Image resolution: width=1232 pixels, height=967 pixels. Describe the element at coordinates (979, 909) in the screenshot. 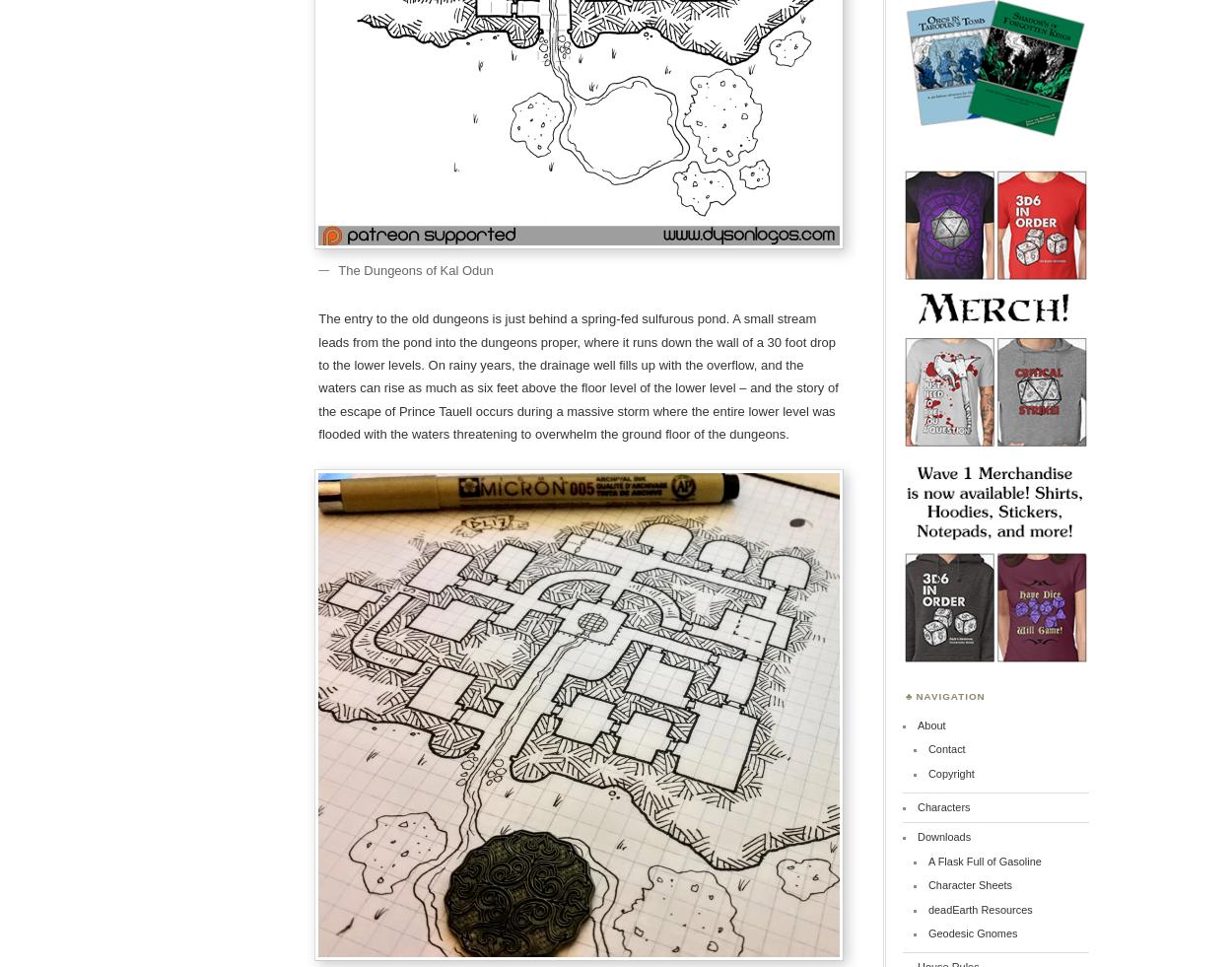

I see `'deadEarth Resources'` at that location.